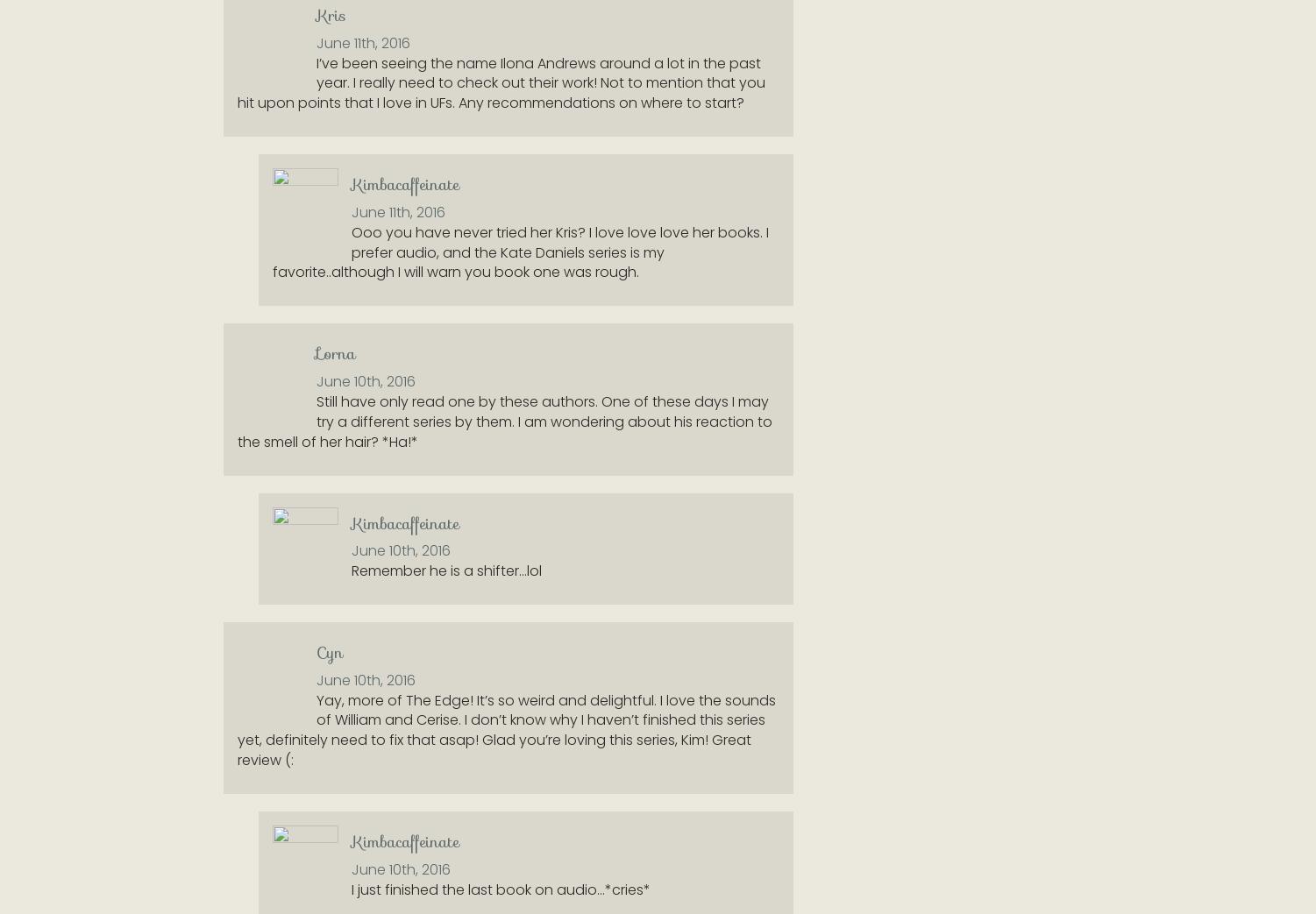  What do you see at coordinates (330, 14) in the screenshot?
I see `'Kris'` at bounding box center [330, 14].